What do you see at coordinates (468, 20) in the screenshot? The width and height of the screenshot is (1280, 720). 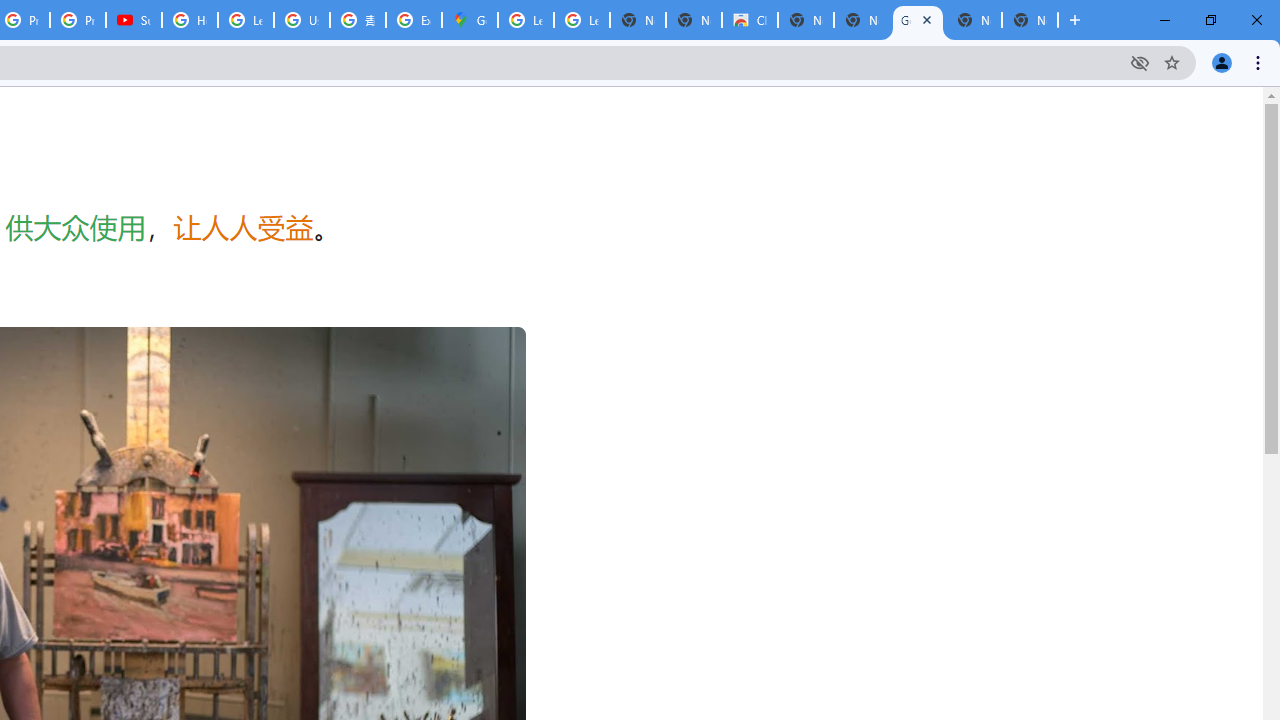 I see `'Google Maps'` at bounding box center [468, 20].